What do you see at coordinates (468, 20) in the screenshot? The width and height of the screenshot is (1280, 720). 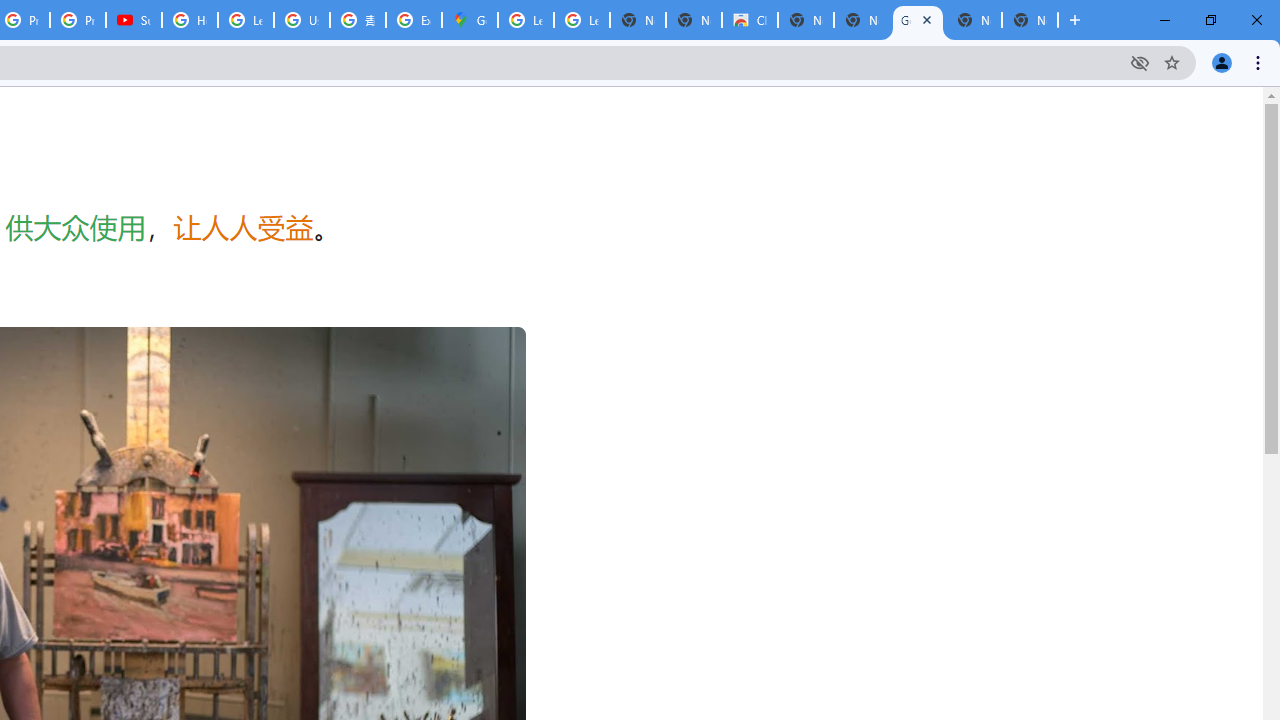 I see `'Google Maps'` at bounding box center [468, 20].